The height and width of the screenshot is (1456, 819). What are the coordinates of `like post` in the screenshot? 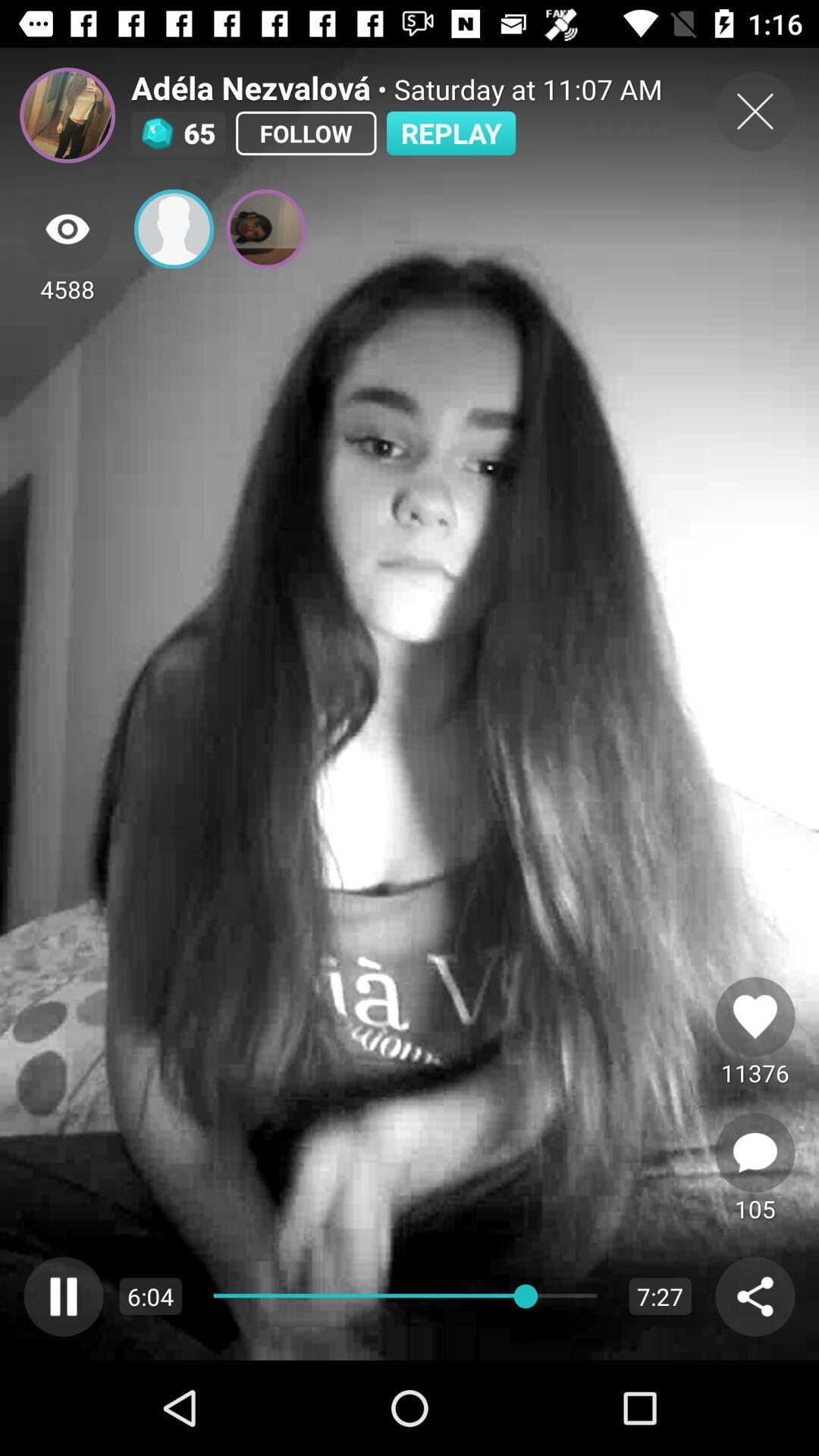 It's located at (755, 1016).